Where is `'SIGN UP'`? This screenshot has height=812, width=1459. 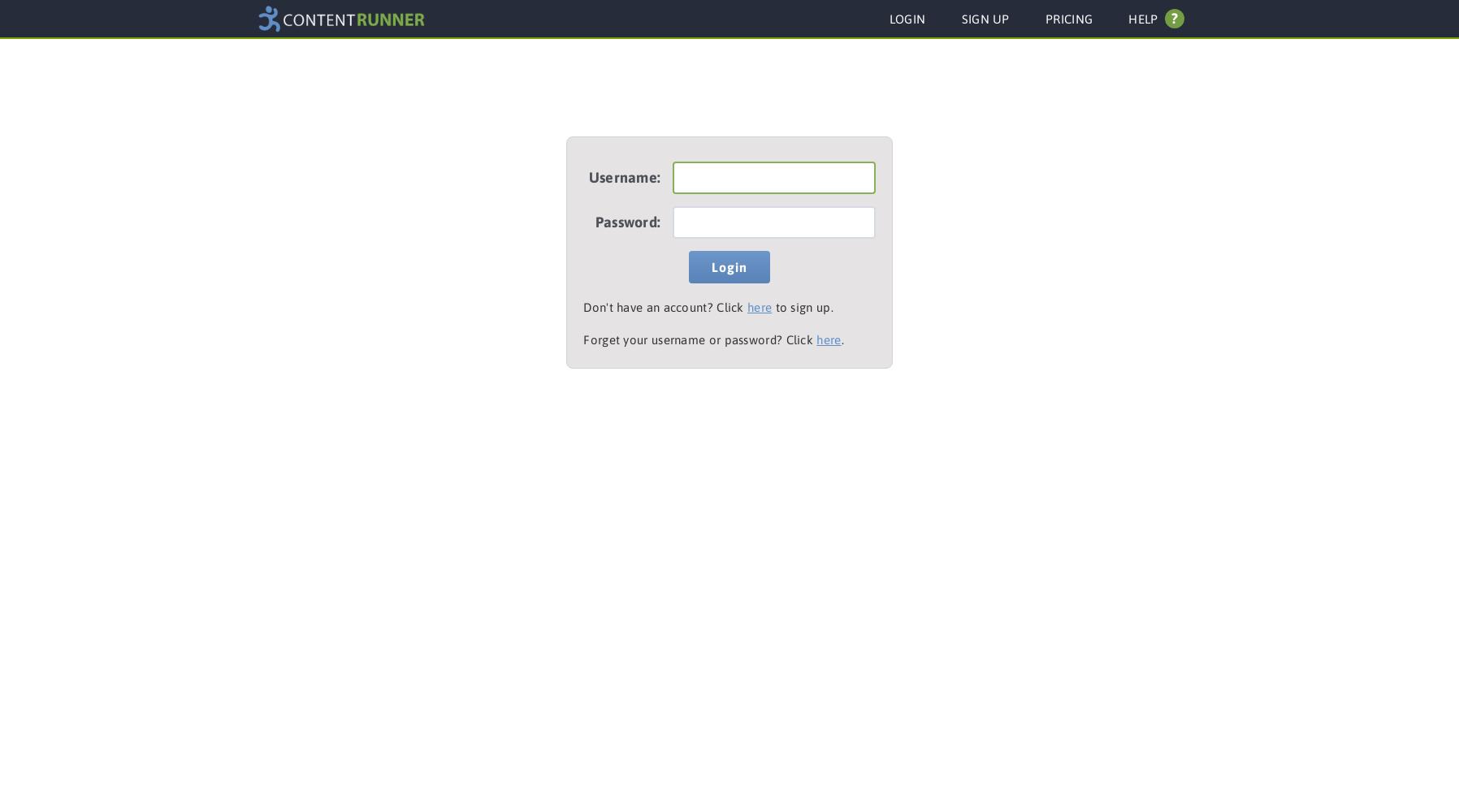 'SIGN UP' is located at coordinates (985, 19).